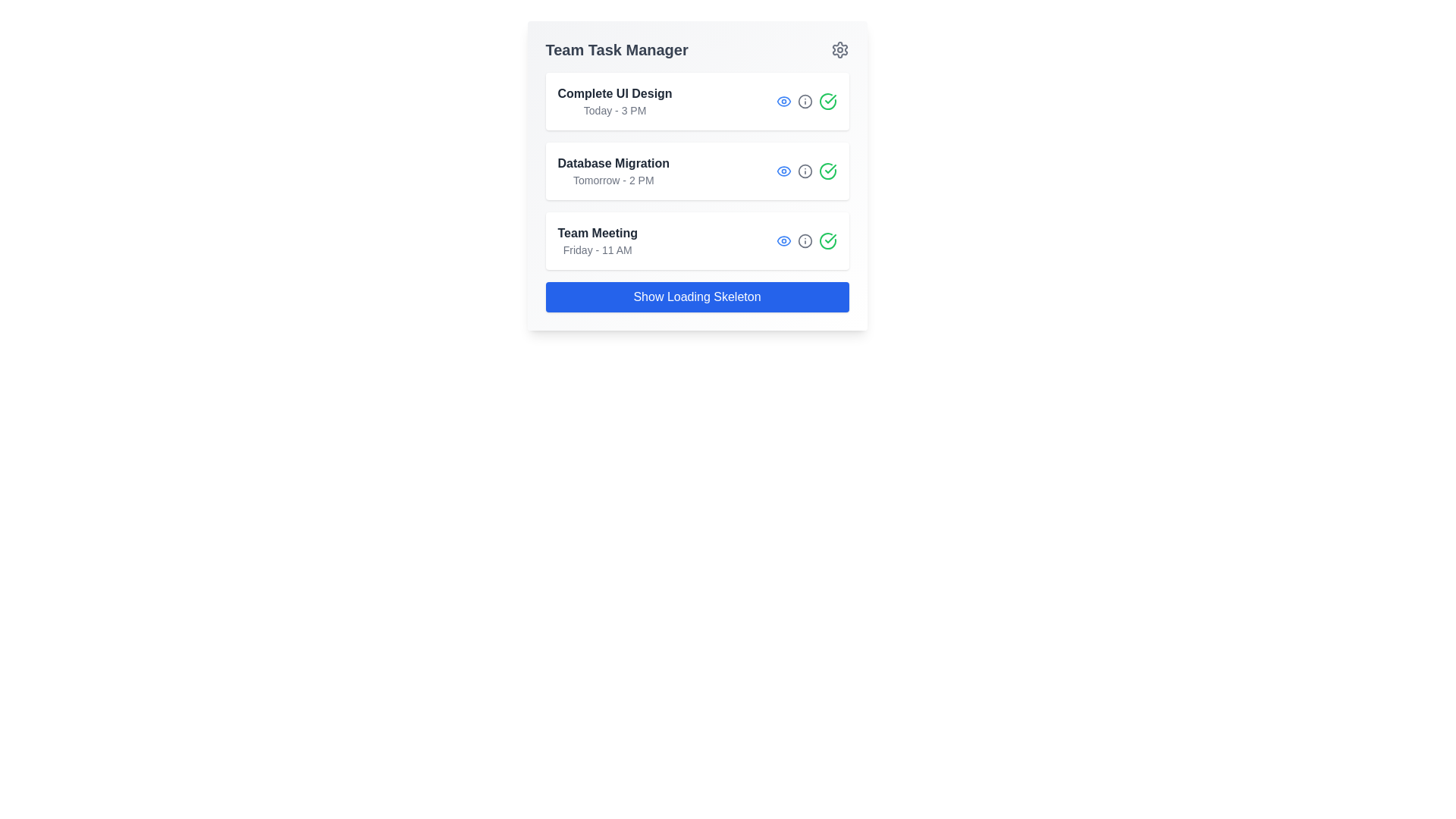 The width and height of the screenshot is (1456, 819). What do you see at coordinates (615, 93) in the screenshot?
I see `the static label styled as bold text with the content 'Complete UI Design', which is located at the top-left corner of the first task card in the list of the 'Team Task Manager'` at bounding box center [615, 93].